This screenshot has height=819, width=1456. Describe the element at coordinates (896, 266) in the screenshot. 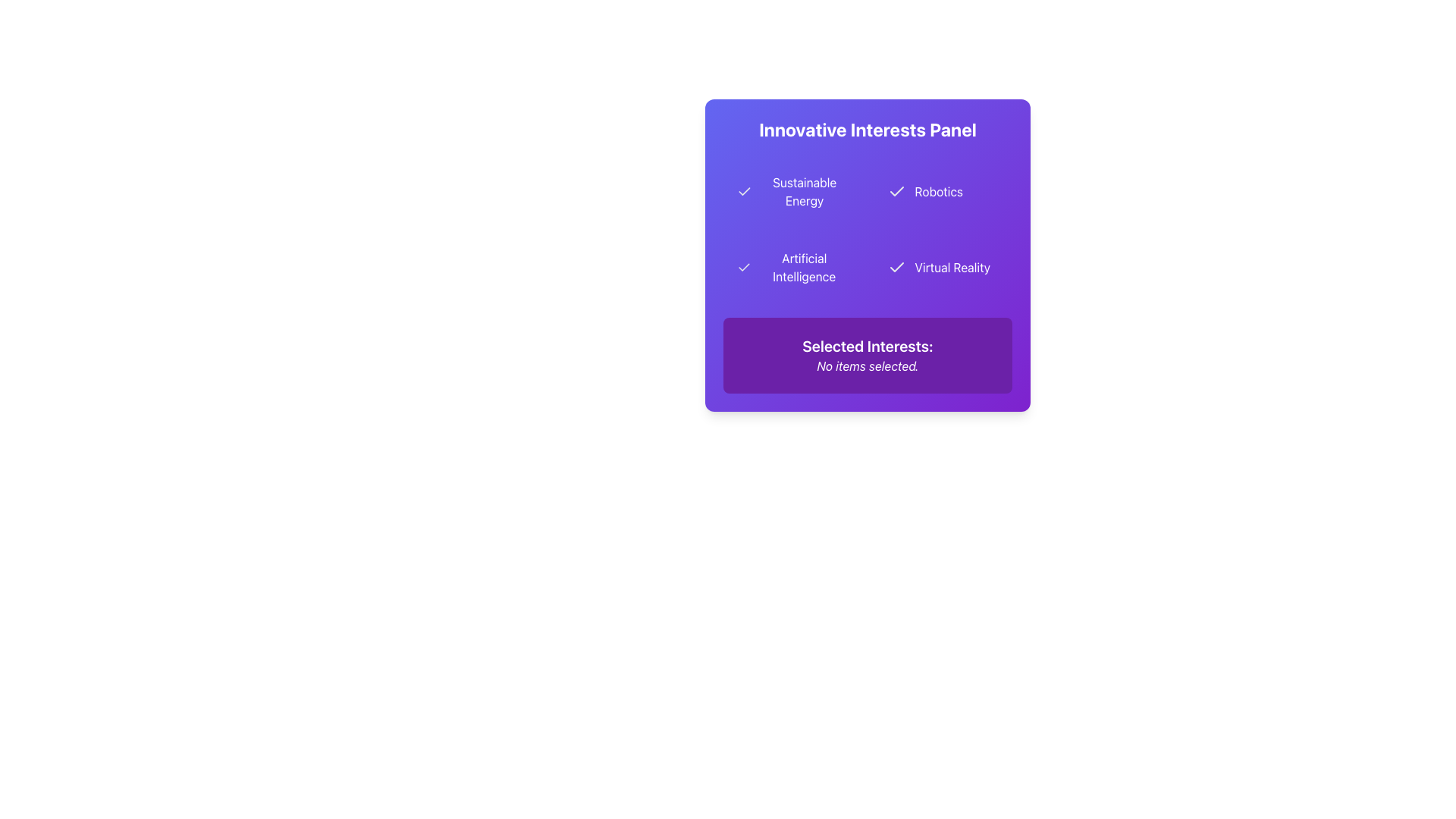

I see `the checkmark icon located next to the text label 'Virtual Reality' within the purple gradient panel` at that location.